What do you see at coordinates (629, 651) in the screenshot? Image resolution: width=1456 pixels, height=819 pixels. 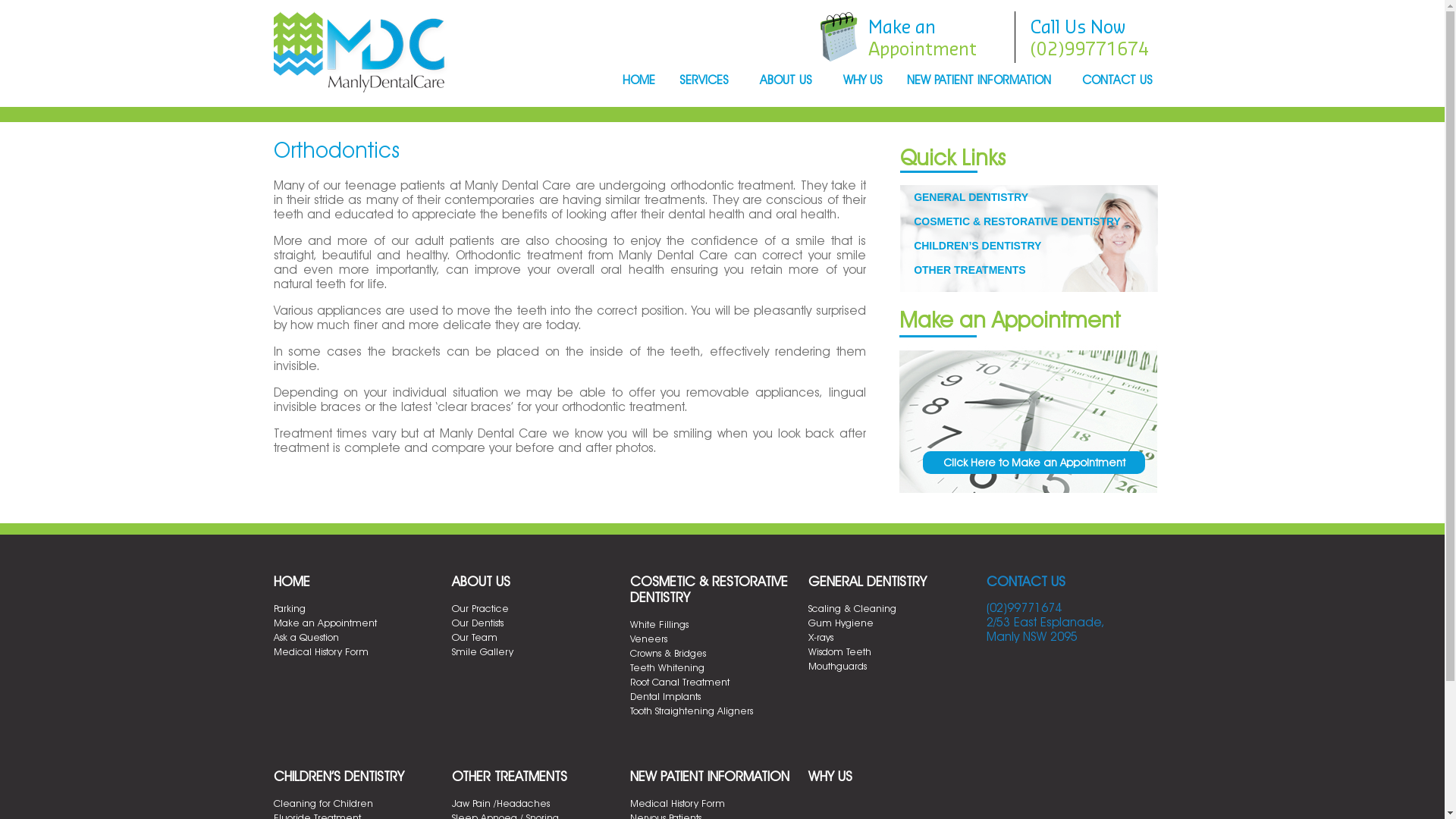 I see `'Crowns & Bridges'` at bounding box center [629, 651].